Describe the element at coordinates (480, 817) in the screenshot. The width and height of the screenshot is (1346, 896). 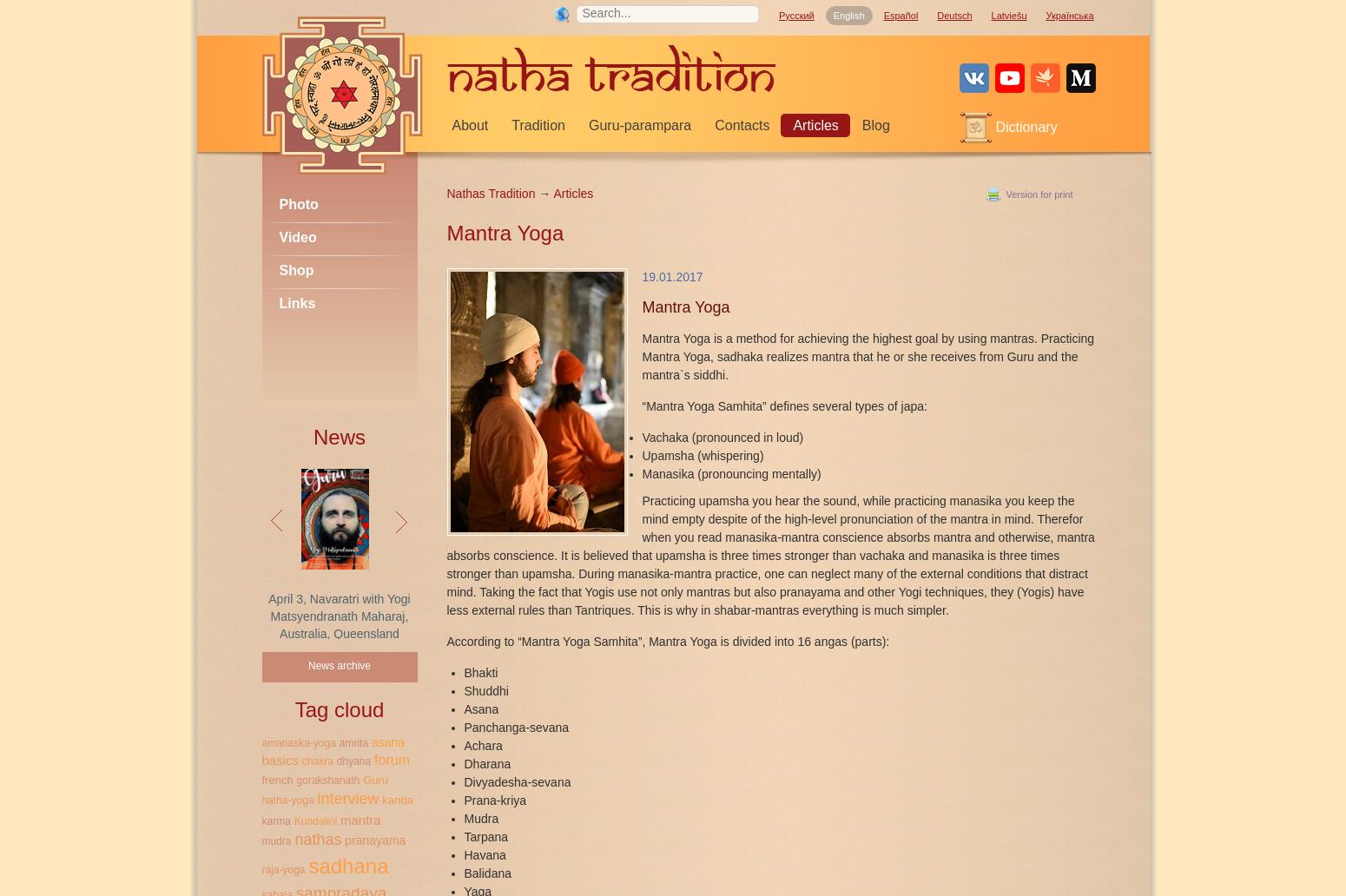
I see `'Mudra'` at that location.